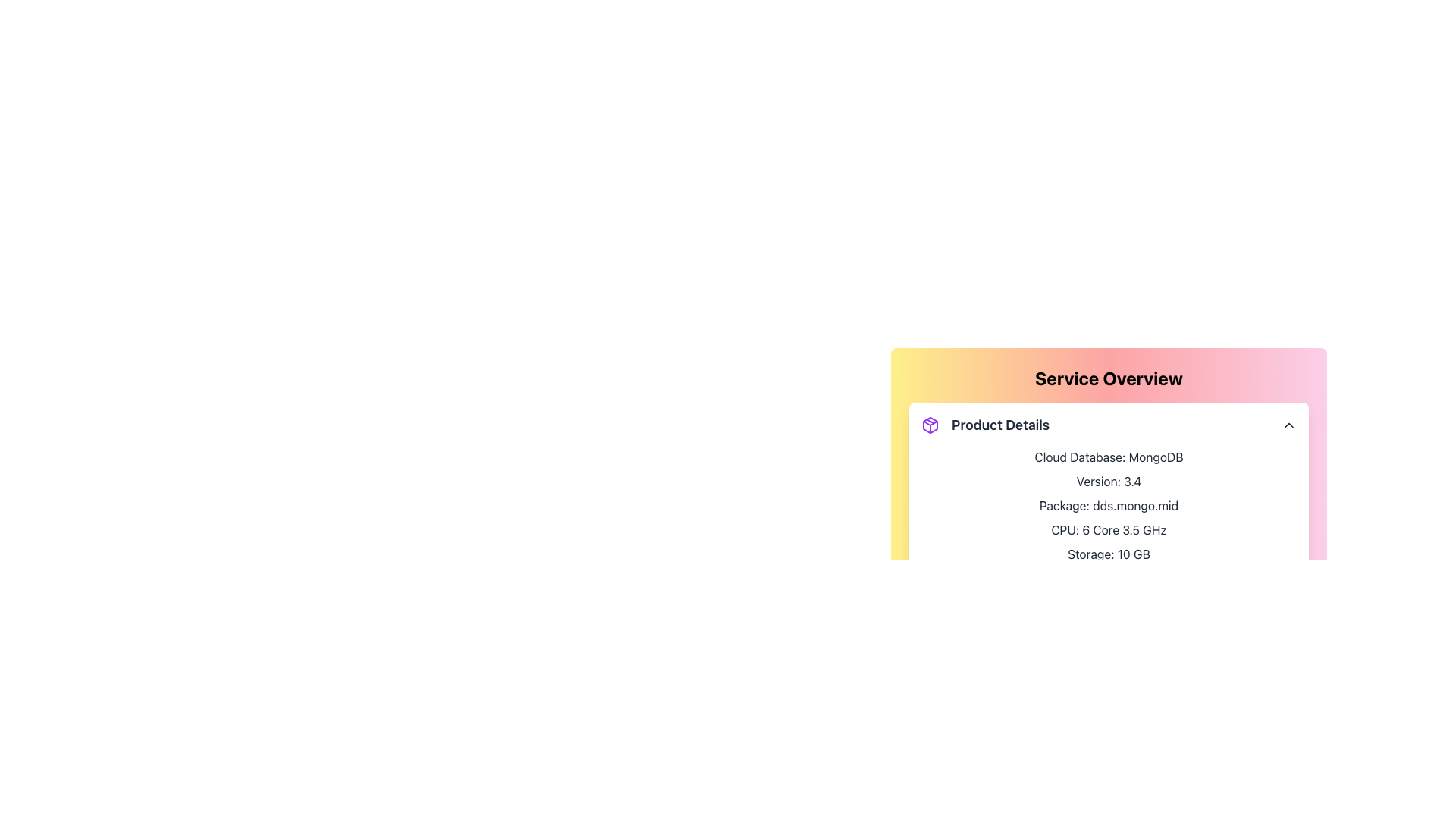 This screenshot has height=819, width=1456. Describe the element at coordinates (1109, 456) in the screenshot. I see `the text label displaying 'Cloud Database: MongoDB' which is the first item in the list of technical details under the 'Service Overview' section` at that location.